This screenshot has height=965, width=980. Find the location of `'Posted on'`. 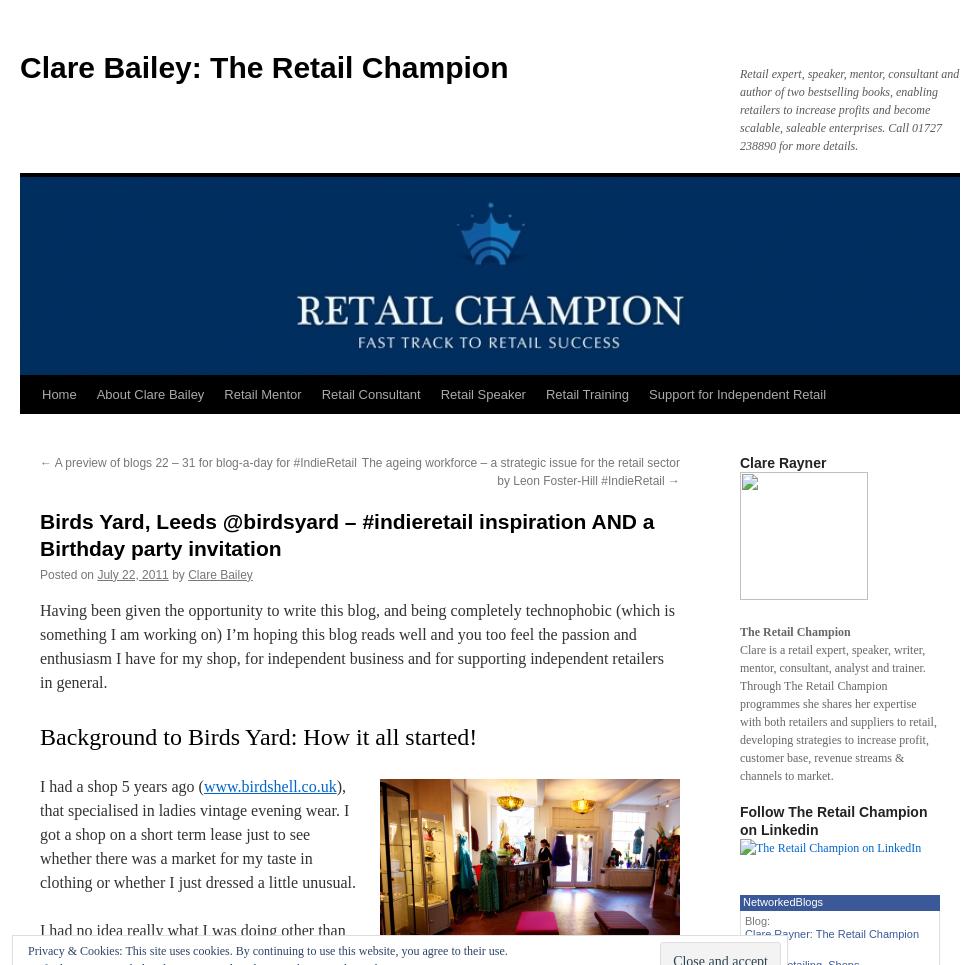

'Posted on' is located at coordinates (67, 573).